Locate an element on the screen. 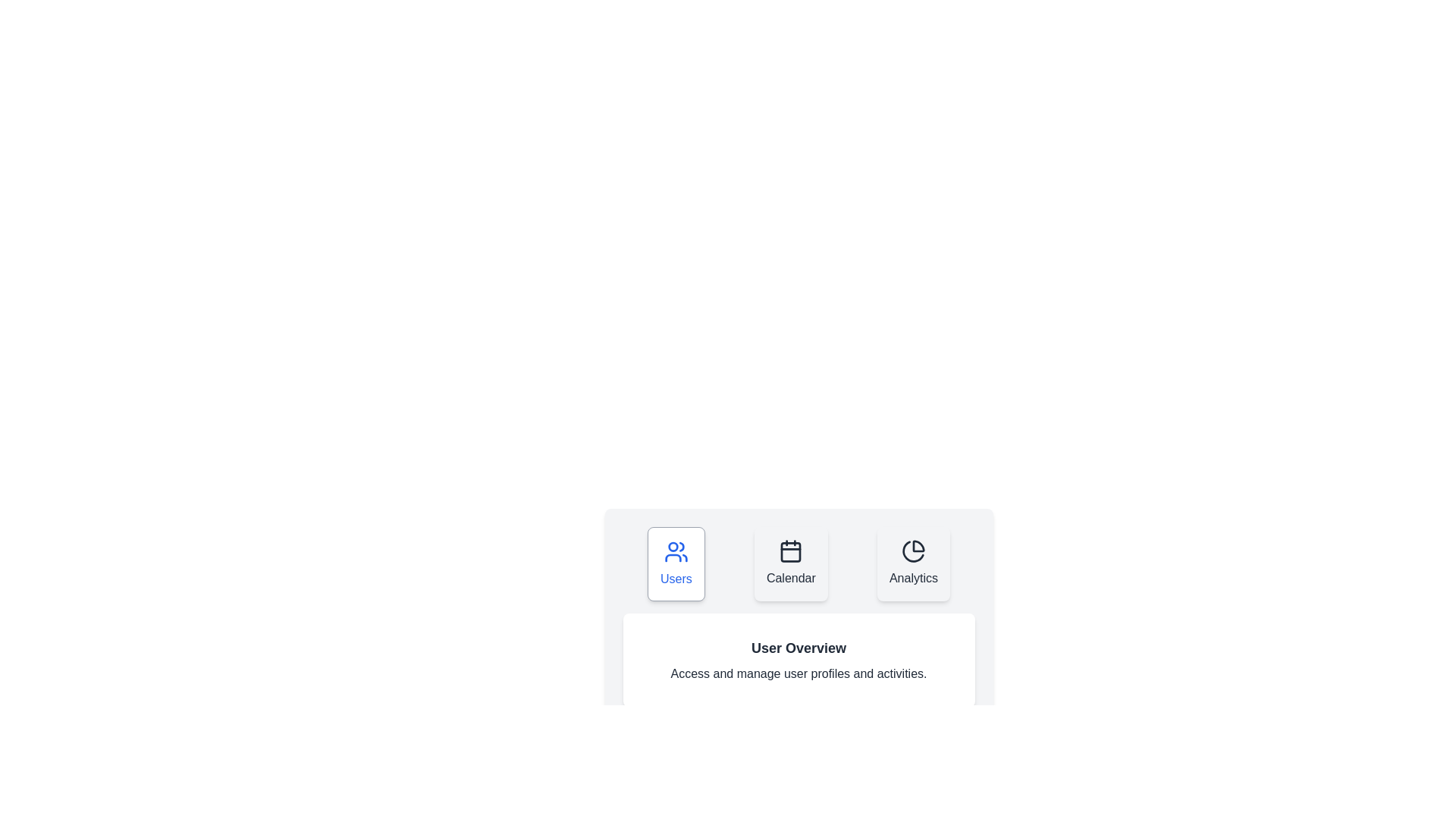 This screenshot has height=819, width=1456. the navigation button located at the leftmost position among three similar elements is located at coordinates (675, 564).